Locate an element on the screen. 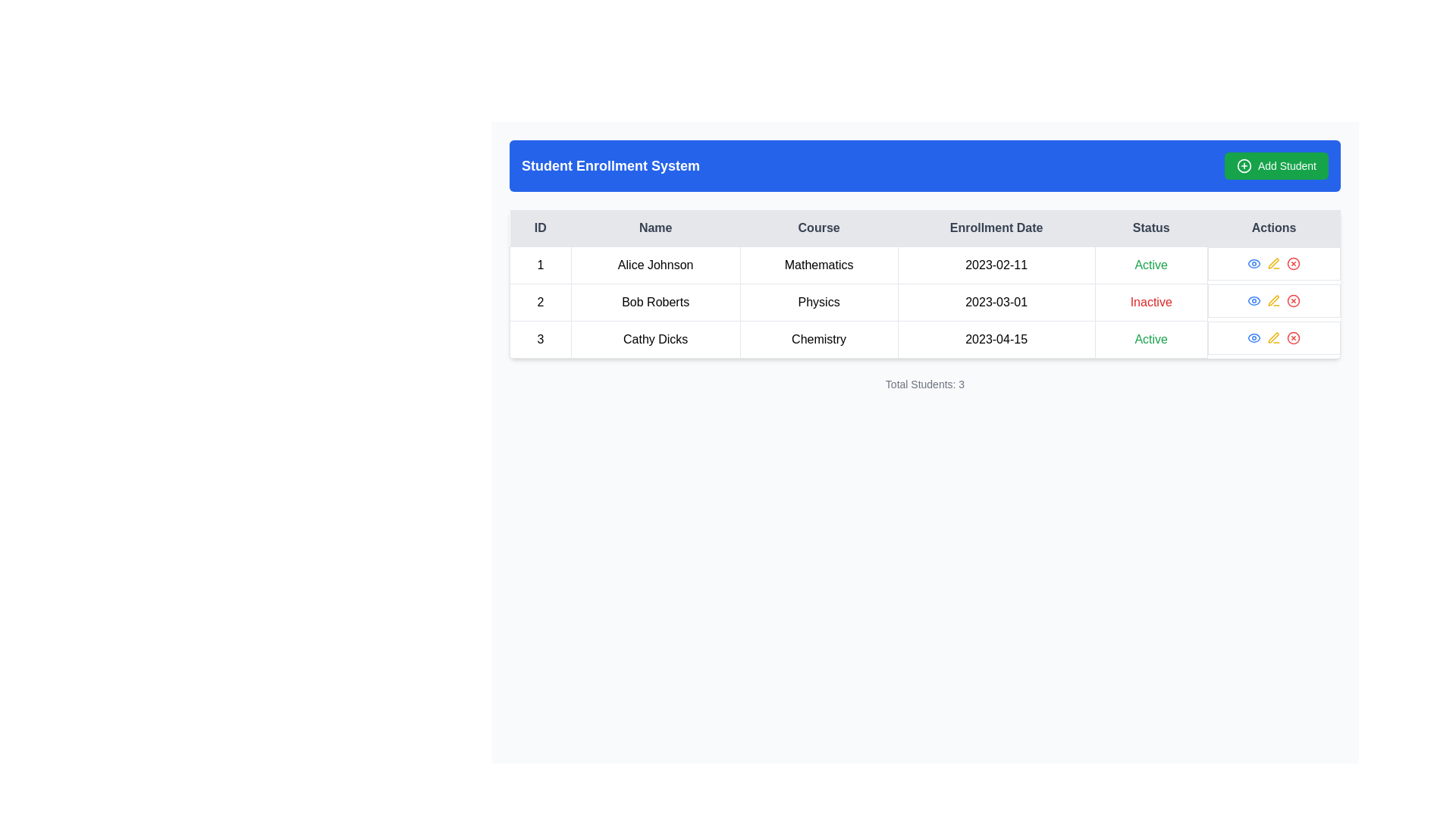 This screenshot has width=1456, height=819. the Interactive icon in the 'Actions' column for 'Bob Roberts' in 'Physics' is located at coordinates (1274, 262).